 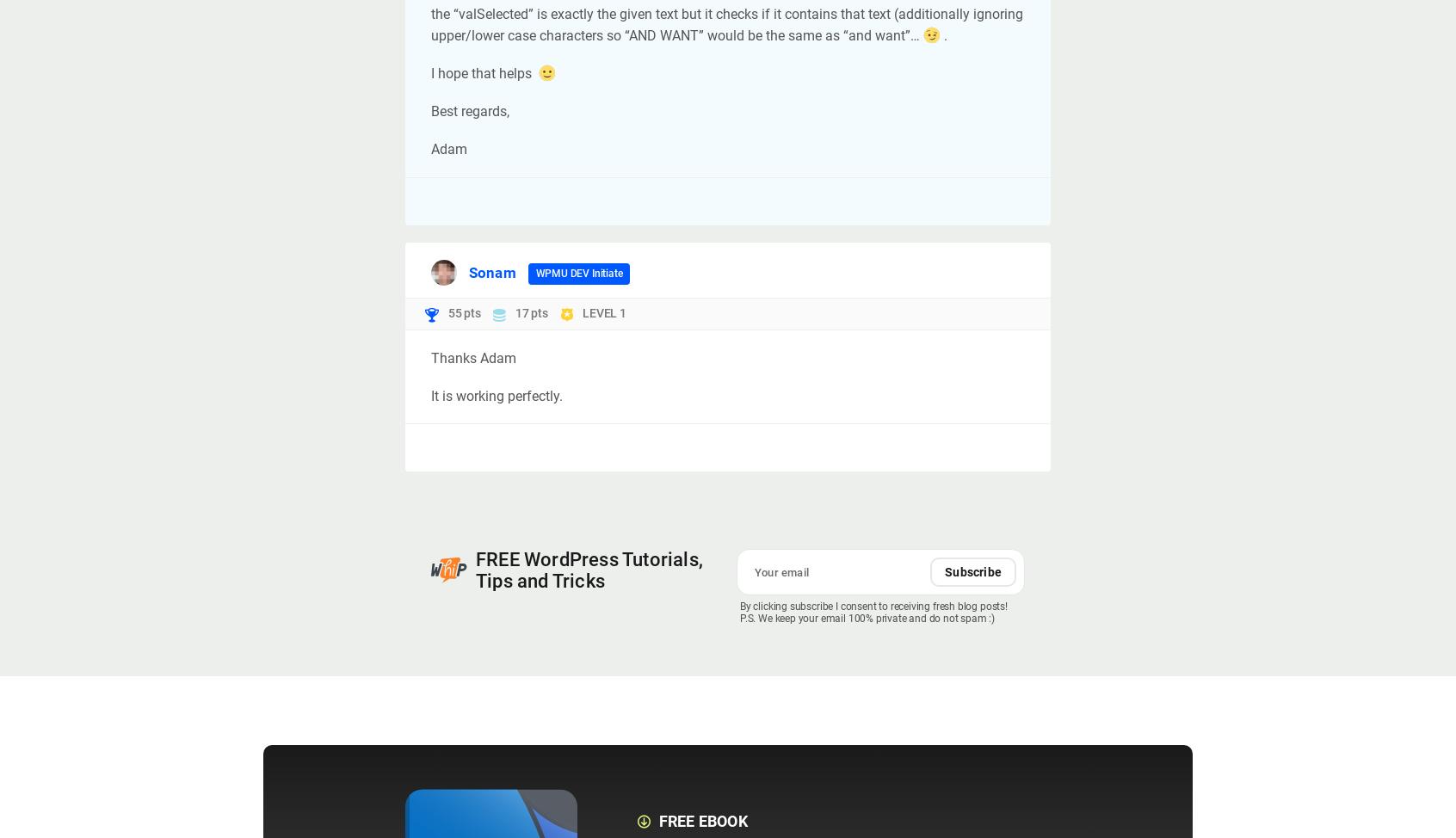 I want to click on 'It is working perfectly.', so click(x=496, y=394).